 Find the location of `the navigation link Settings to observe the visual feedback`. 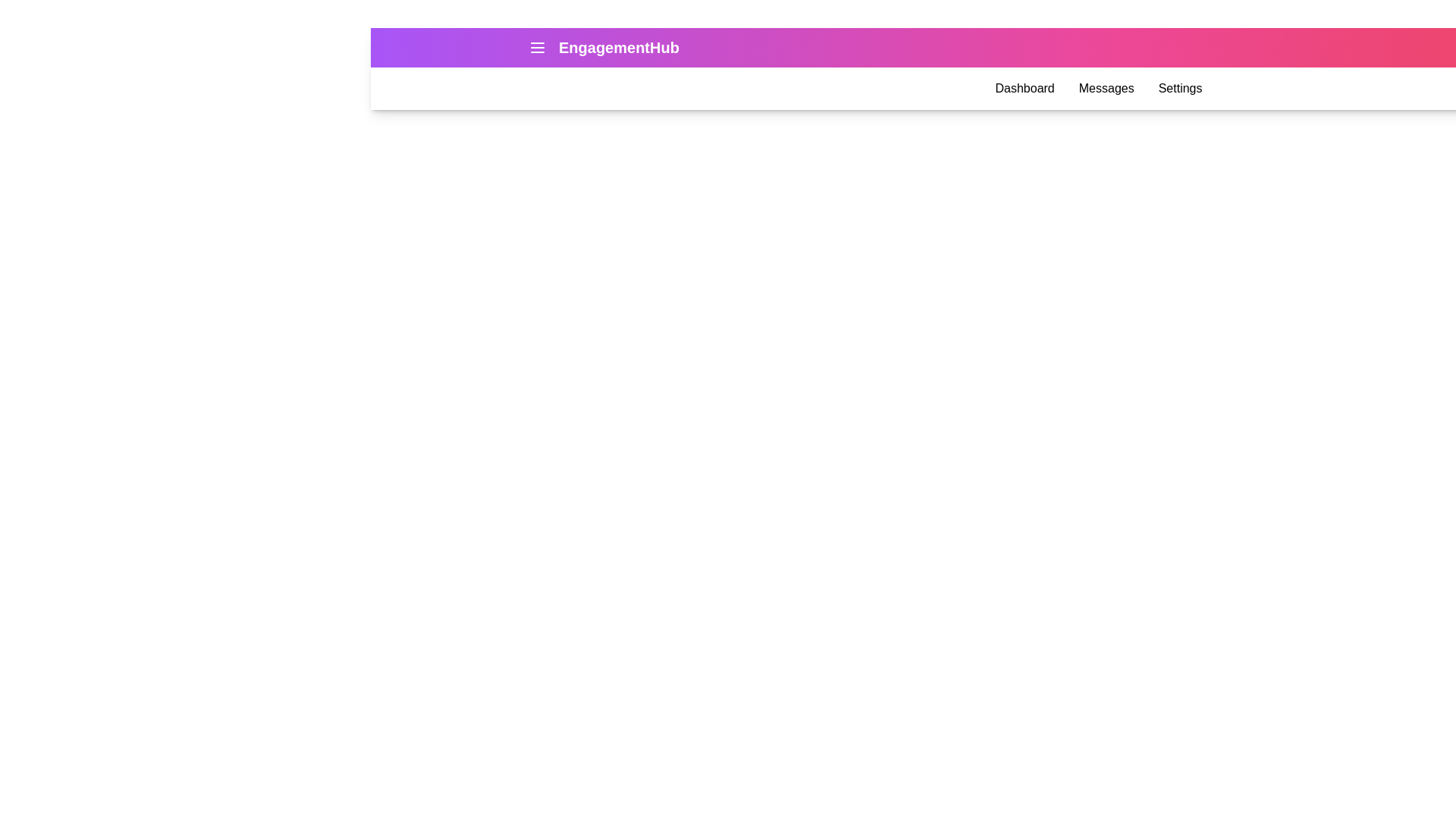

the navigation link Settings to observe the visual feedback is located at coordinates (1179, 88).